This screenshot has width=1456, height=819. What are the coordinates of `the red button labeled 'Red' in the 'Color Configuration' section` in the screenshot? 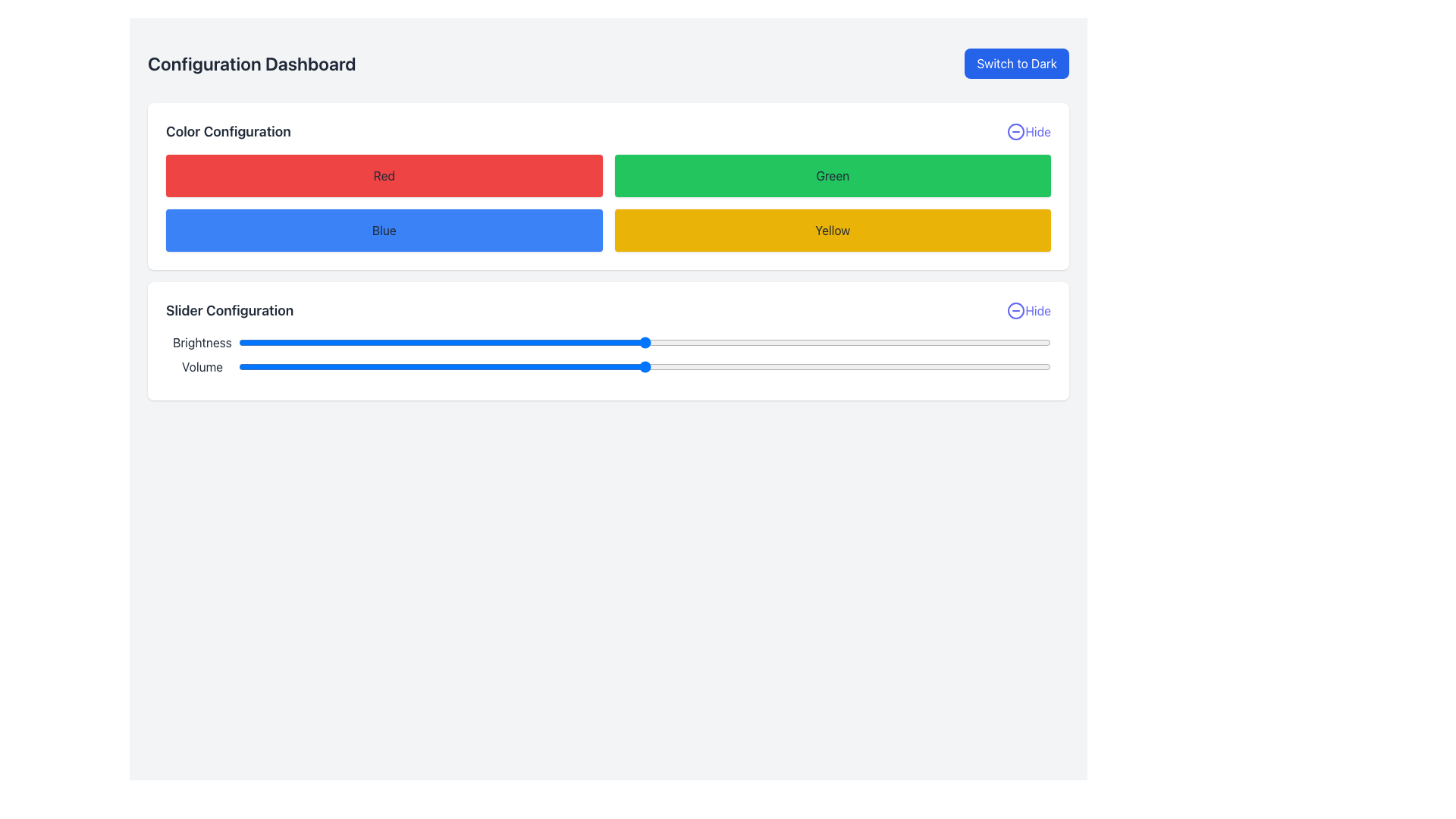 It's located at (384, 174).